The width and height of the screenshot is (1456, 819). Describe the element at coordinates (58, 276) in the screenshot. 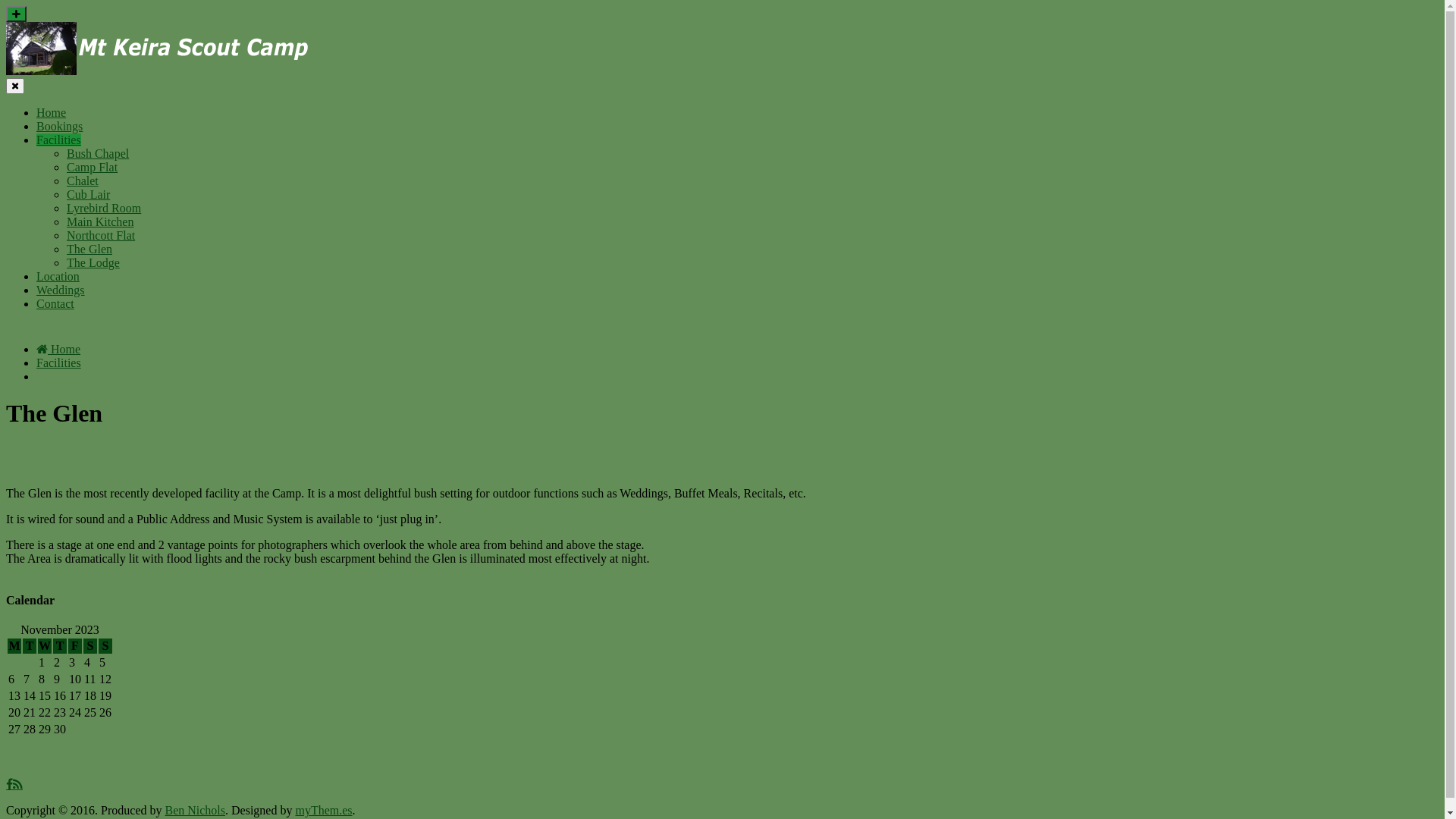

I see `'Location'` at that location.